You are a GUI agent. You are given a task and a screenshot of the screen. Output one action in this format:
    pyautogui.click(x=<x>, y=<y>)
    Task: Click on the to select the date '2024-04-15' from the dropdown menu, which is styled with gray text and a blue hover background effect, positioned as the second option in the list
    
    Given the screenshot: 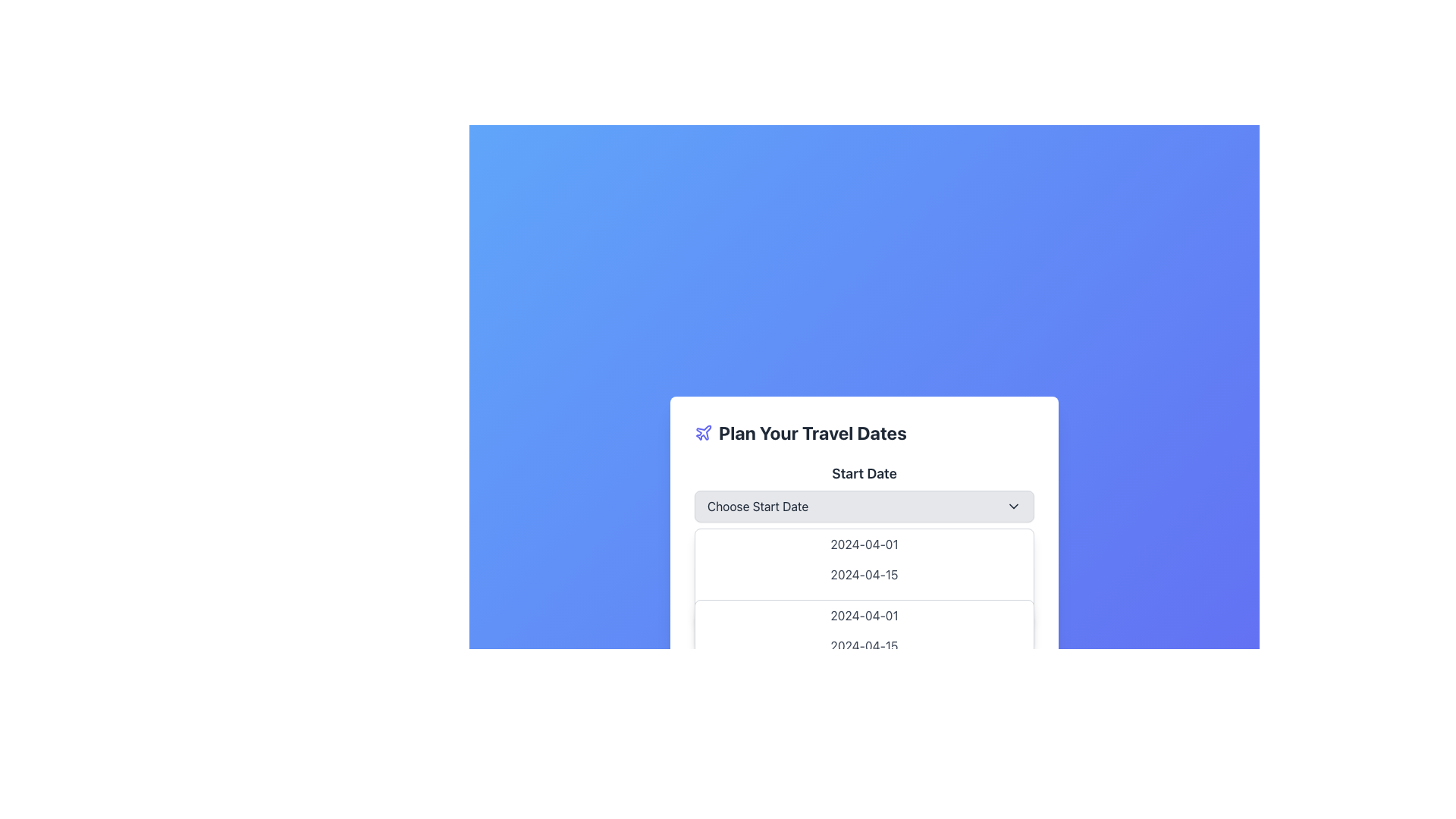 What is the action you would take?
    pyautogui.click(x=864, y=575)
    